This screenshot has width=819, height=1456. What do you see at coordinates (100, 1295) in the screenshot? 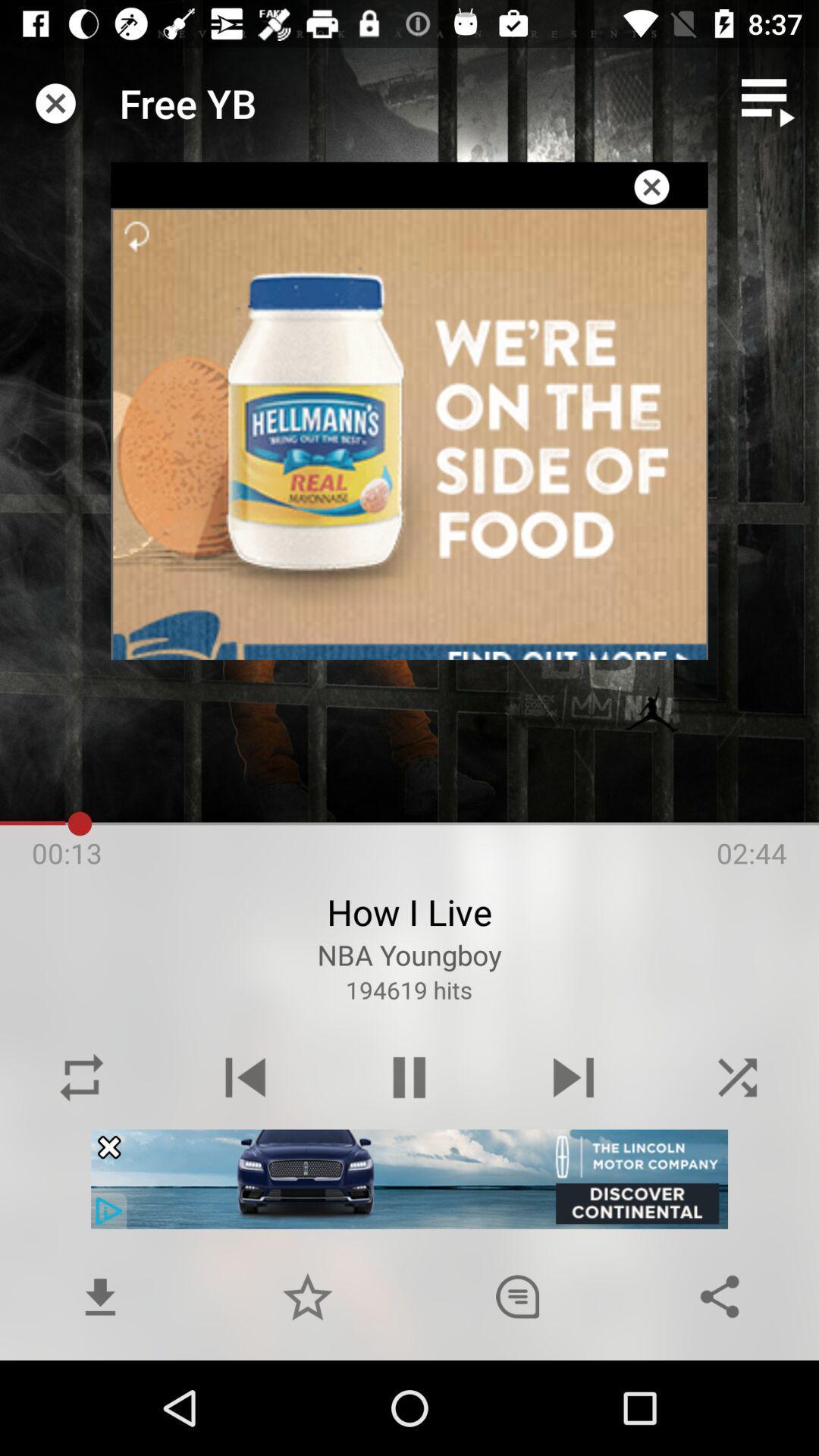
I see `download button` at bounding box center [100, 1295].